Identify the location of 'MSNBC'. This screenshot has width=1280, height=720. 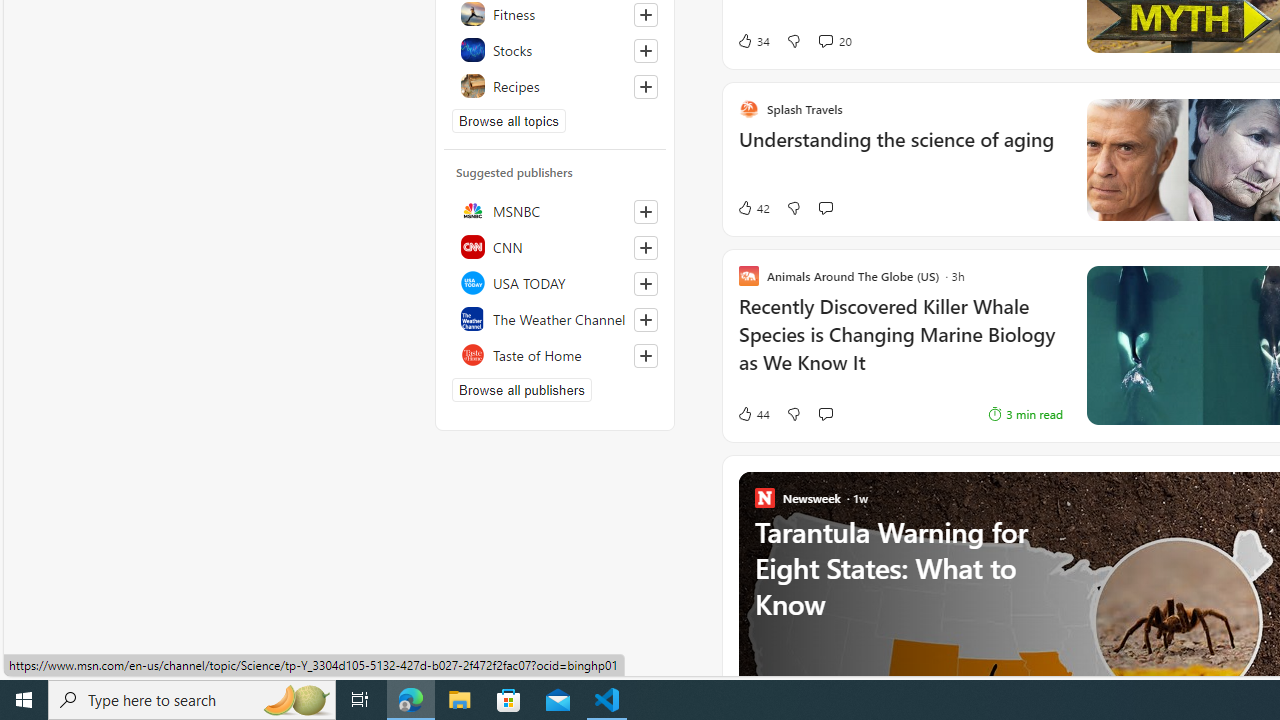
(555, 210).